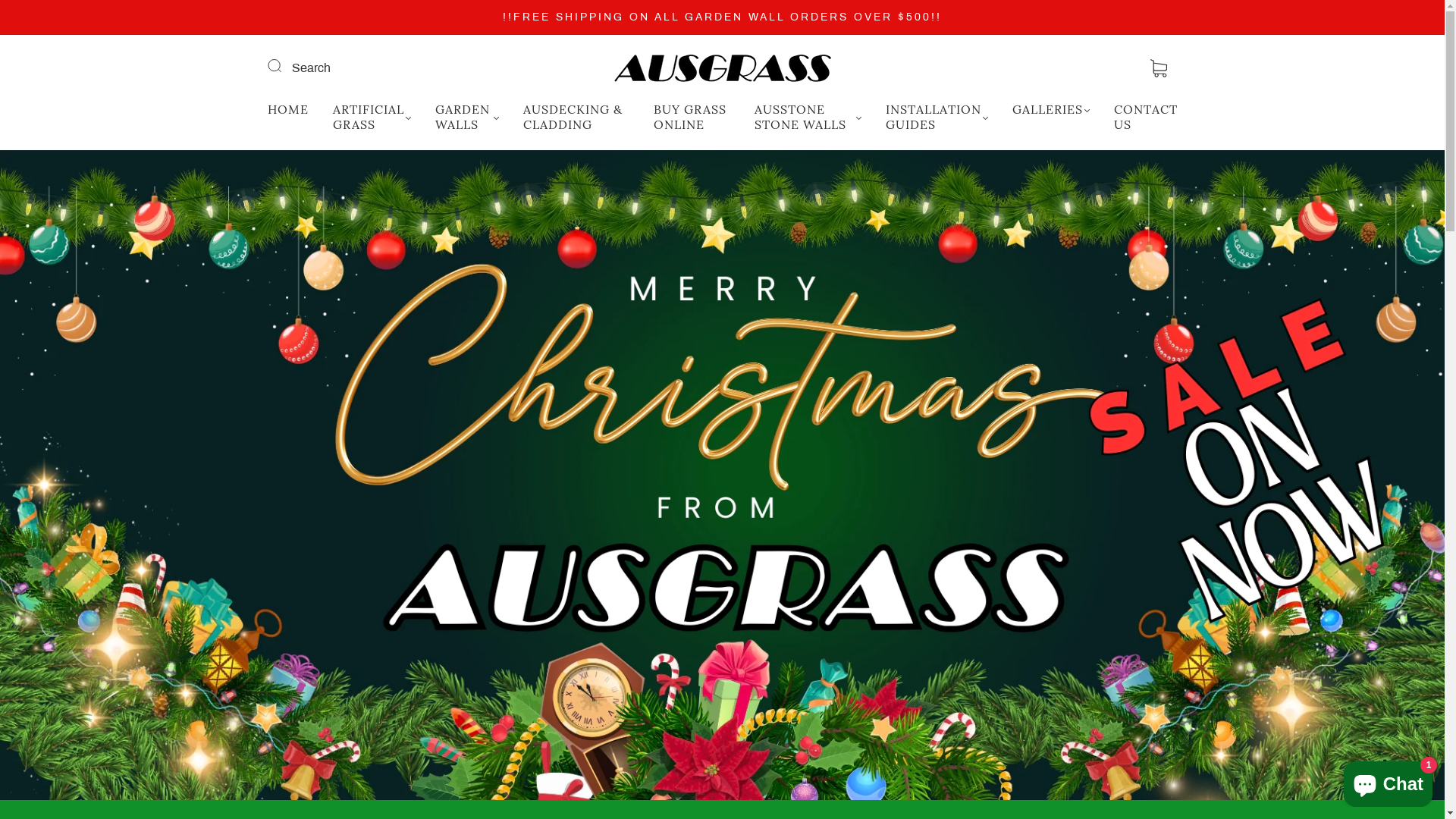 The width and height of the screenshot is (1456, 819). I want to click on 'BUY GRASS ONLINE', so click(691, 116).